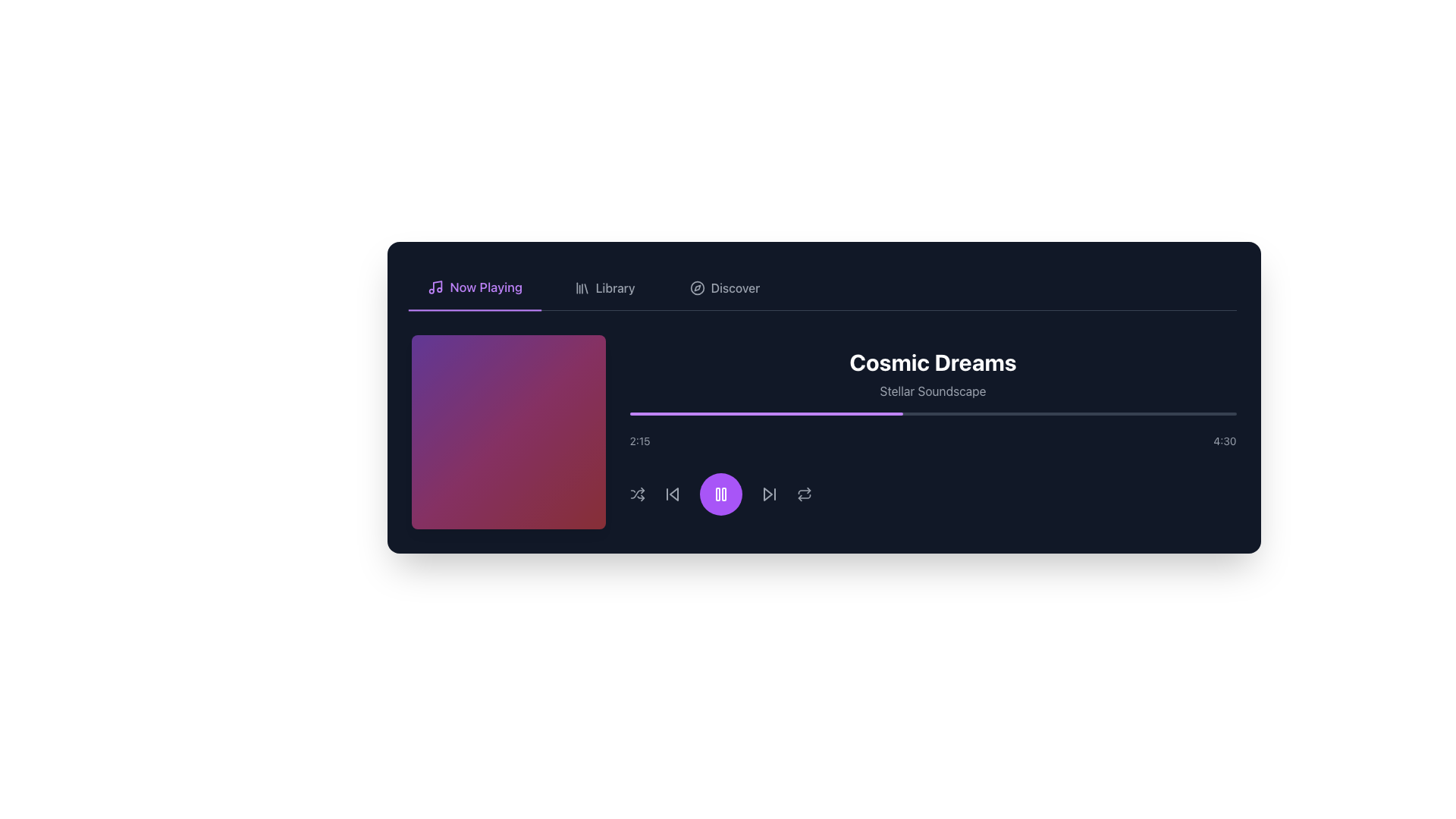  I want to click on the time indicator text label located in the bottom-right corner of the layout, which serves as a playback duration indicator, so click(1225, 441).